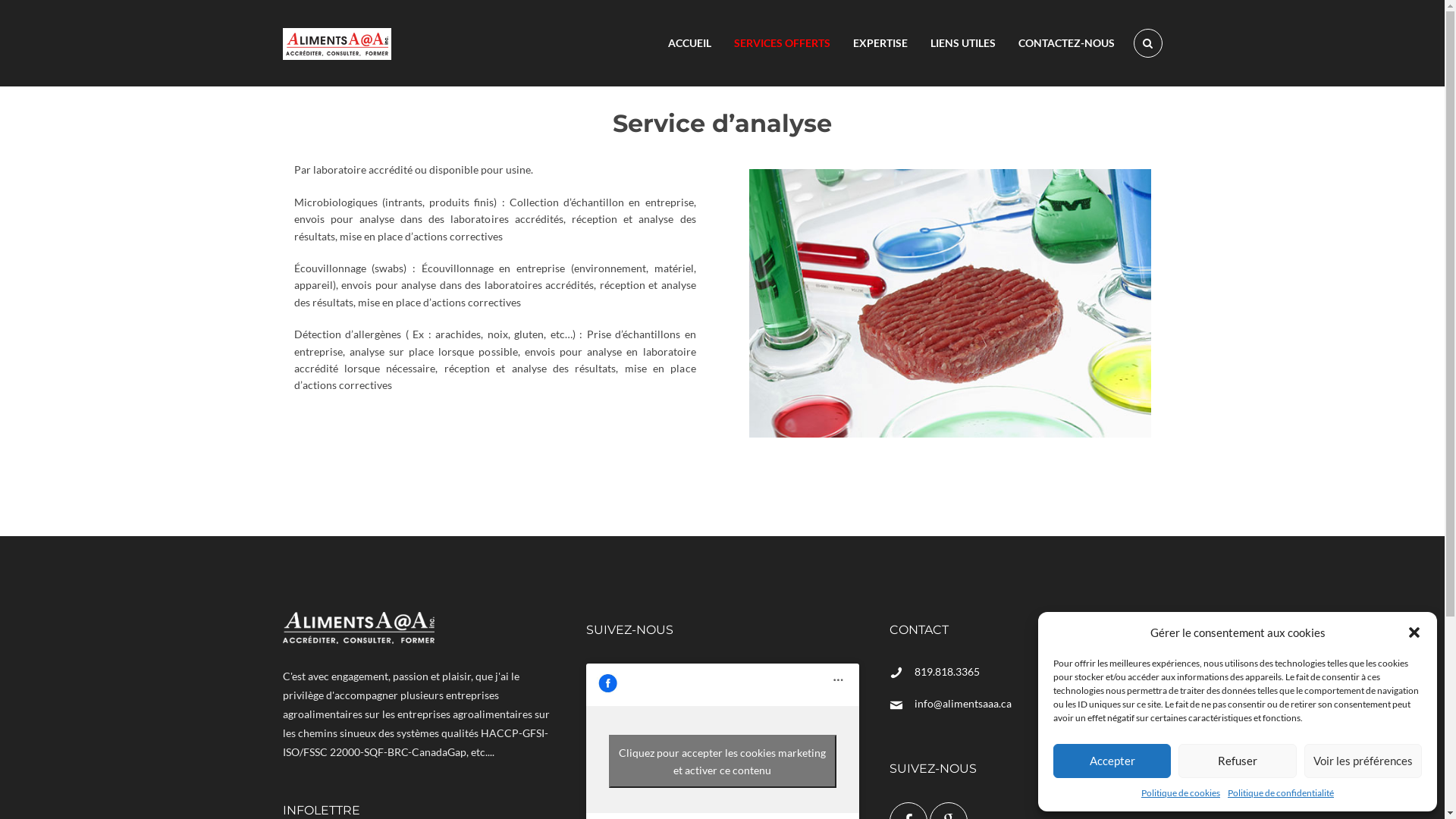 The height and width of the screenshot is (819, 1456). Describe the element at coordinates (689, 42) in the screenshot. I see `'ACCUEIL'` at that location.